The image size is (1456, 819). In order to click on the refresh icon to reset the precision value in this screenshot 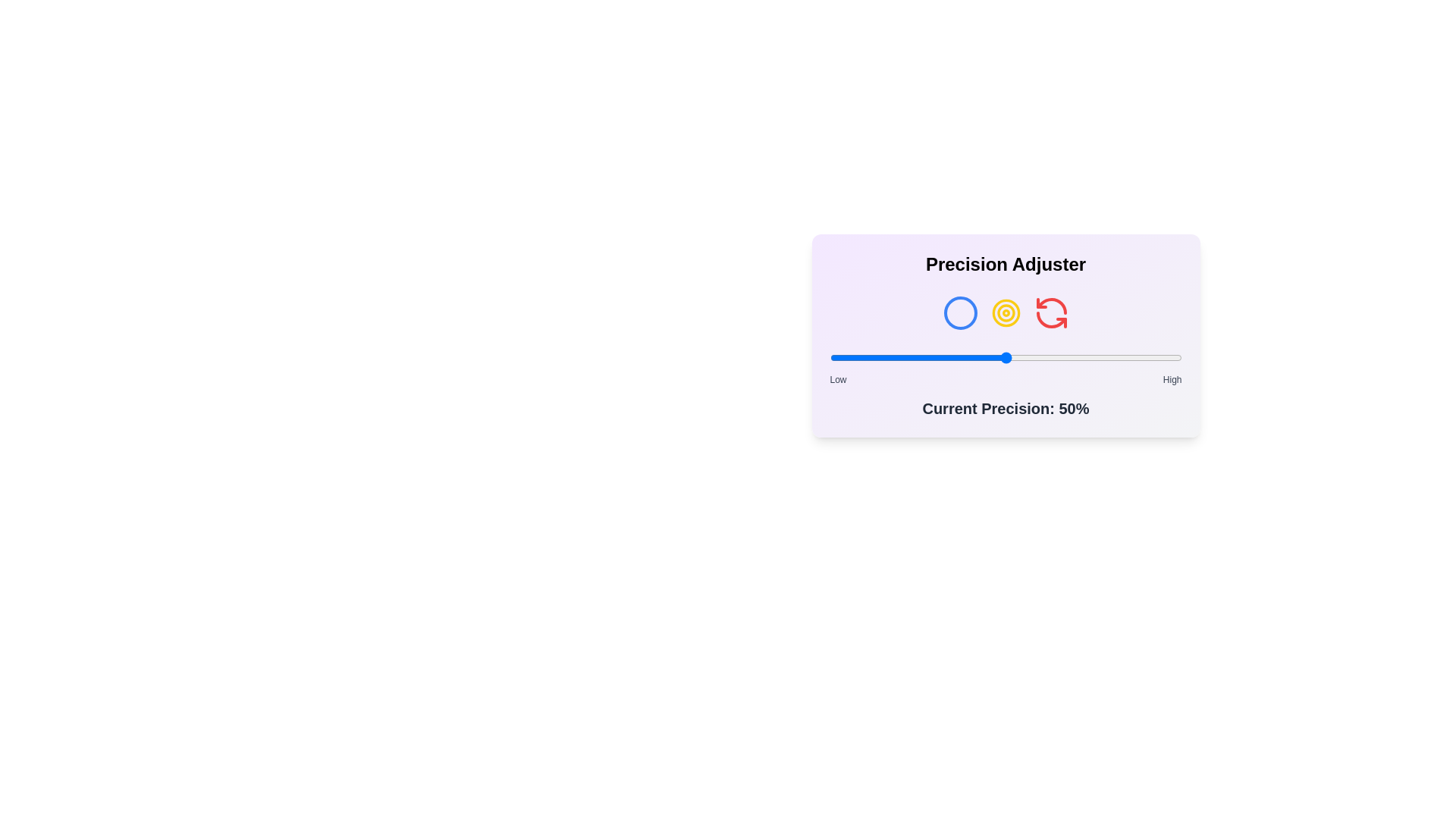, I will do `click(1050, 312)`.